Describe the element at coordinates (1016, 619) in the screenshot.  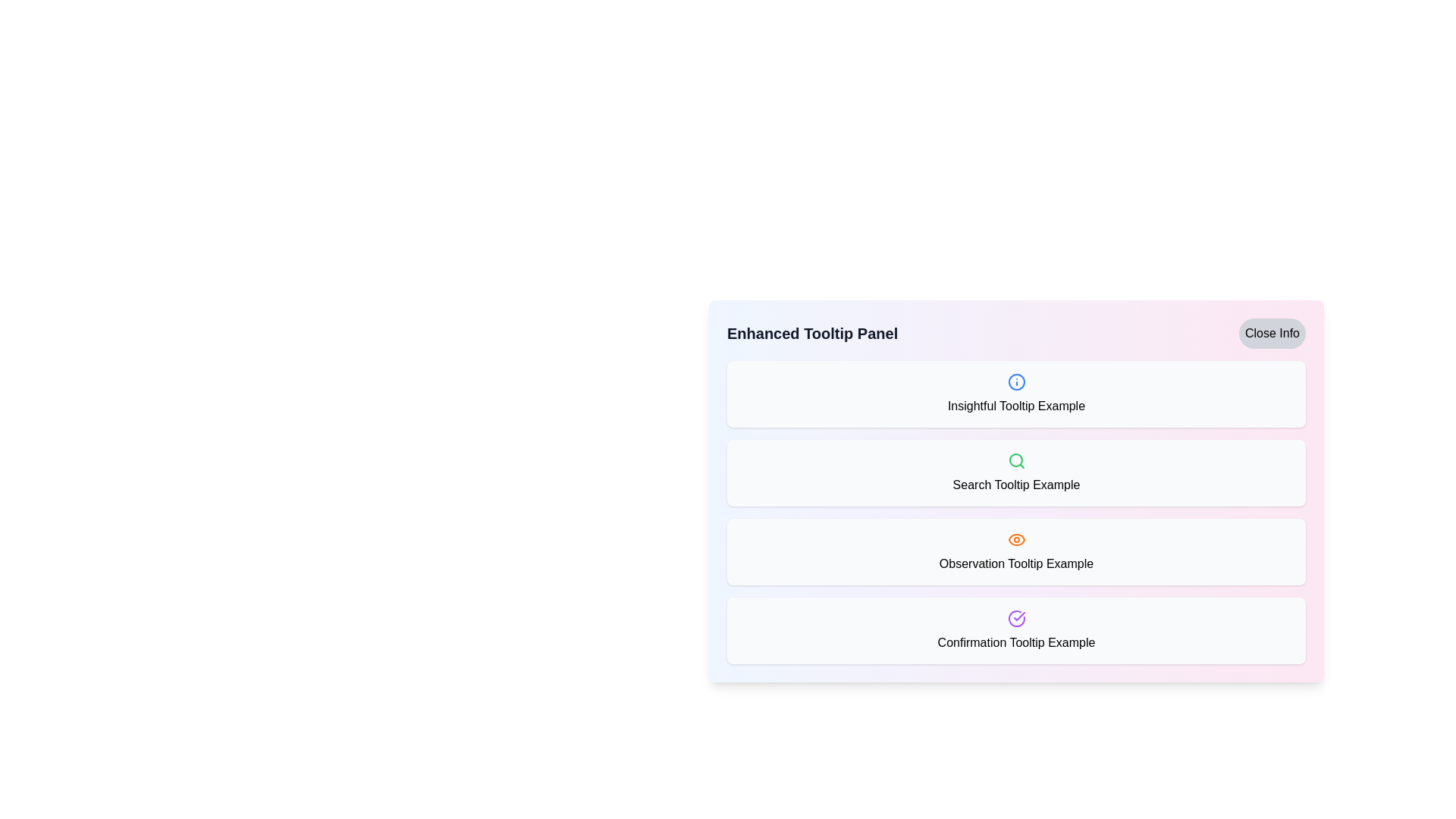
I see `the circular icon with a checkmark, which has a bold purple border, located within the 'Confirmation Tooltip Example' box` at that location.